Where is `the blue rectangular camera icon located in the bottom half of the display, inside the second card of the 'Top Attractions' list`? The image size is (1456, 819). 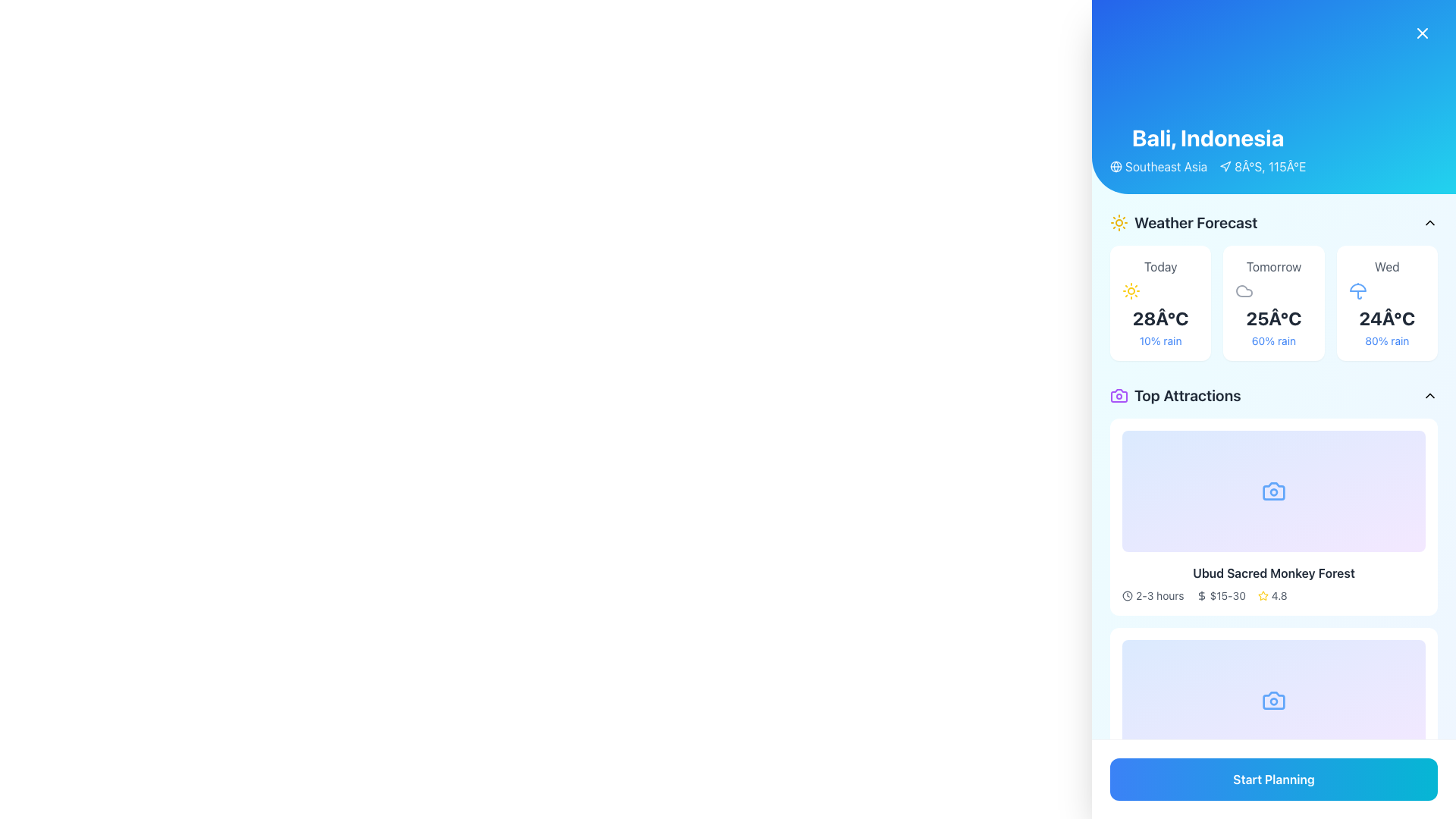
the blue rectangular camera icon located in the bottom half of the display, inside the second card of the 'Top Attractions' list is located at coordinates (1274, 701).